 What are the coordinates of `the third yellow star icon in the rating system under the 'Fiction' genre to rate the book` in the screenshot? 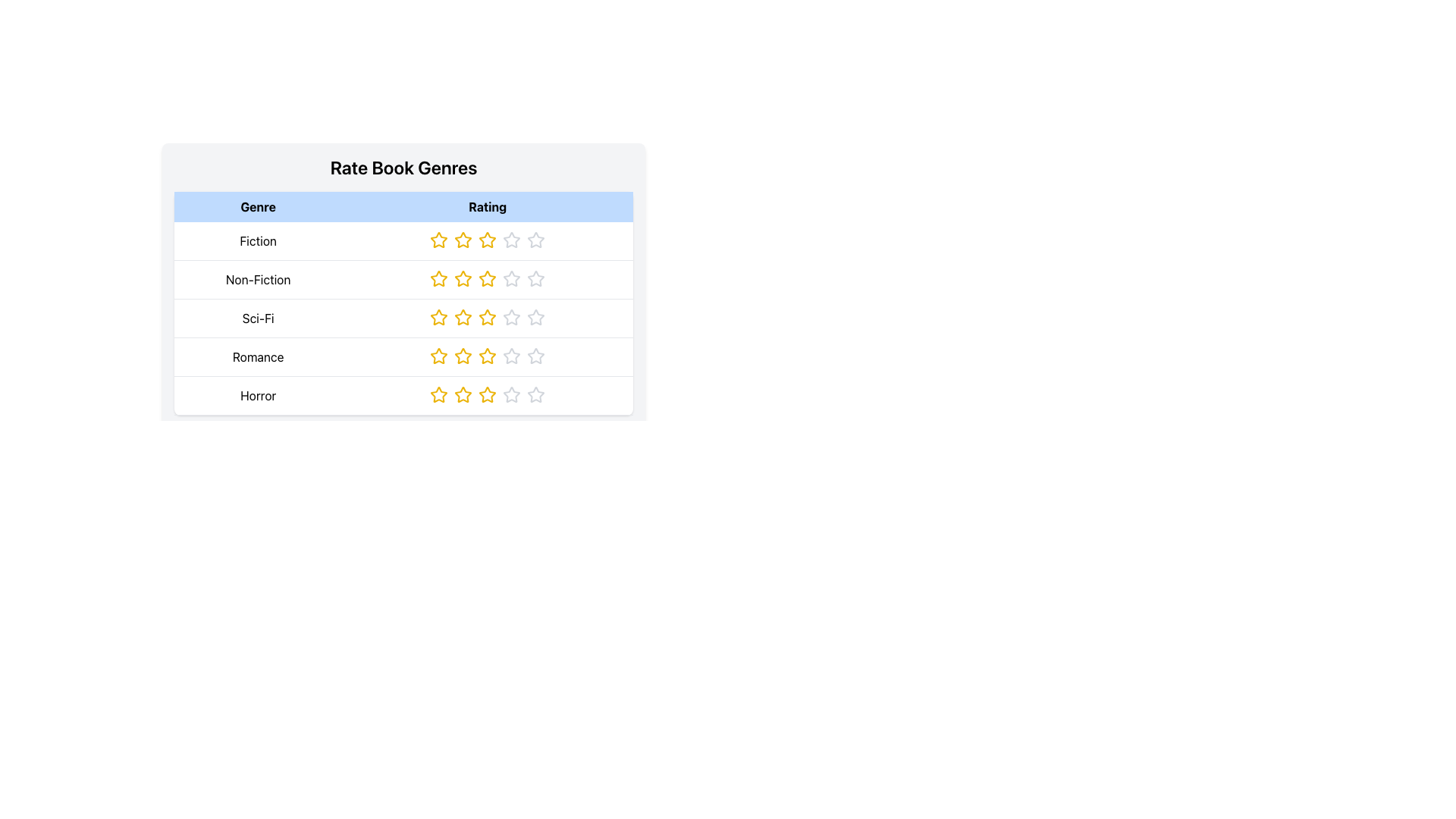 It's located at (488, 239).